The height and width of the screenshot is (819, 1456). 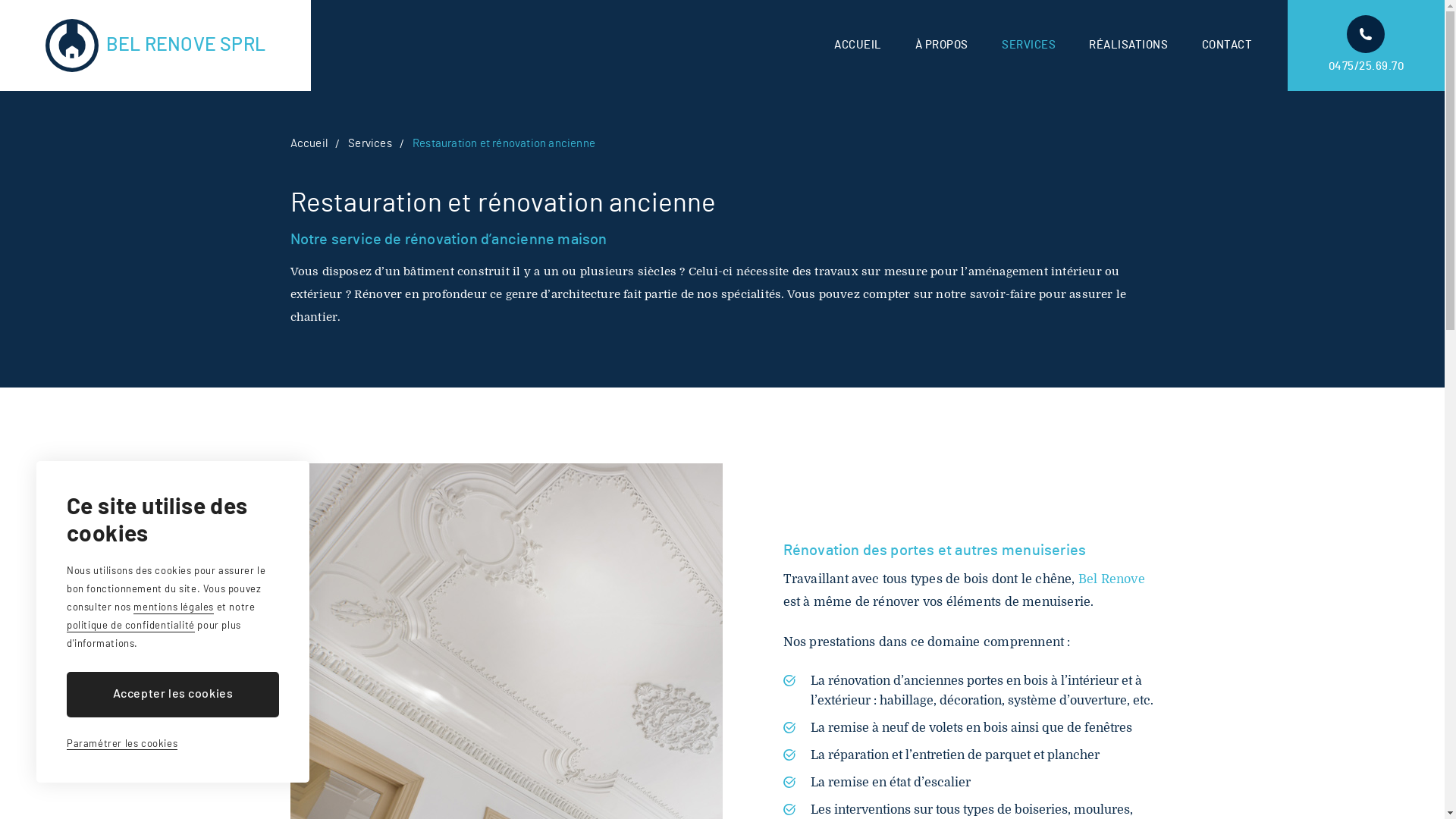 I want to click on 'BEL RENOVE SPRL', so click(x=155, y=45).